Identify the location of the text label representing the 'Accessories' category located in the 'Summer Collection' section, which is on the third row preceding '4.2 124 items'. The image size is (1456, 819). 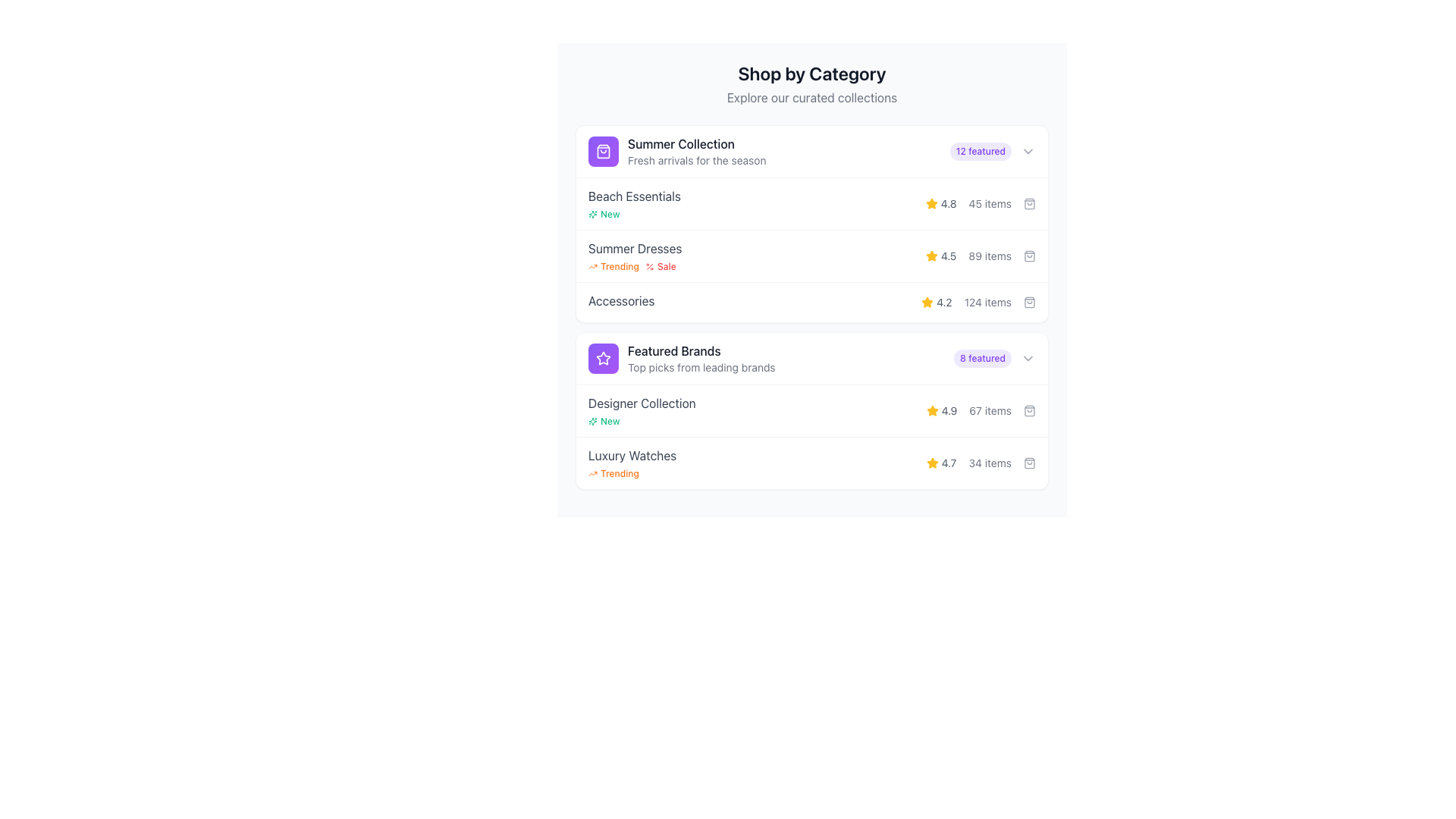
(621, 302).